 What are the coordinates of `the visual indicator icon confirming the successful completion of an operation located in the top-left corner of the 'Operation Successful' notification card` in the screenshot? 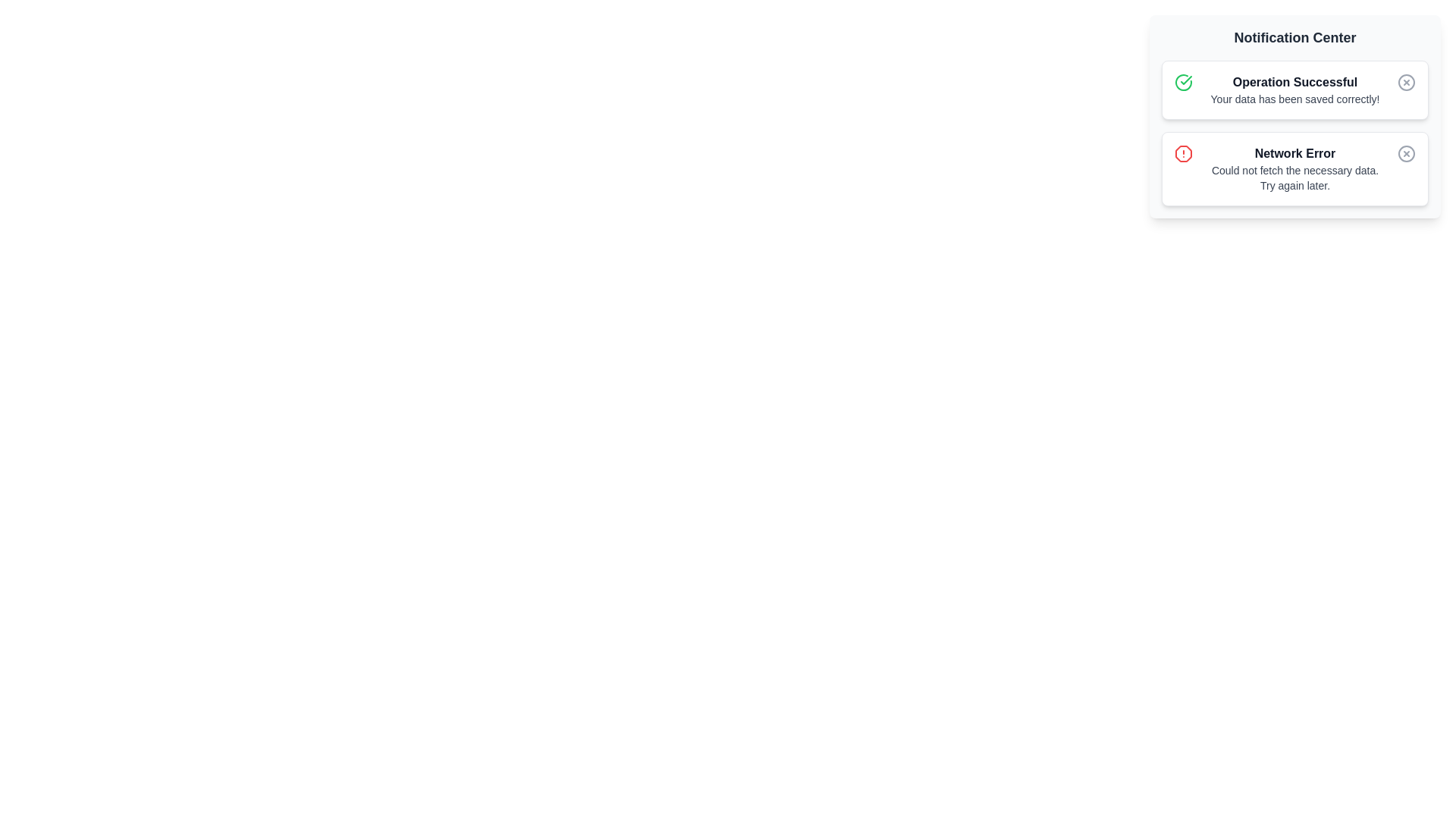 It's located at (1182, 82).